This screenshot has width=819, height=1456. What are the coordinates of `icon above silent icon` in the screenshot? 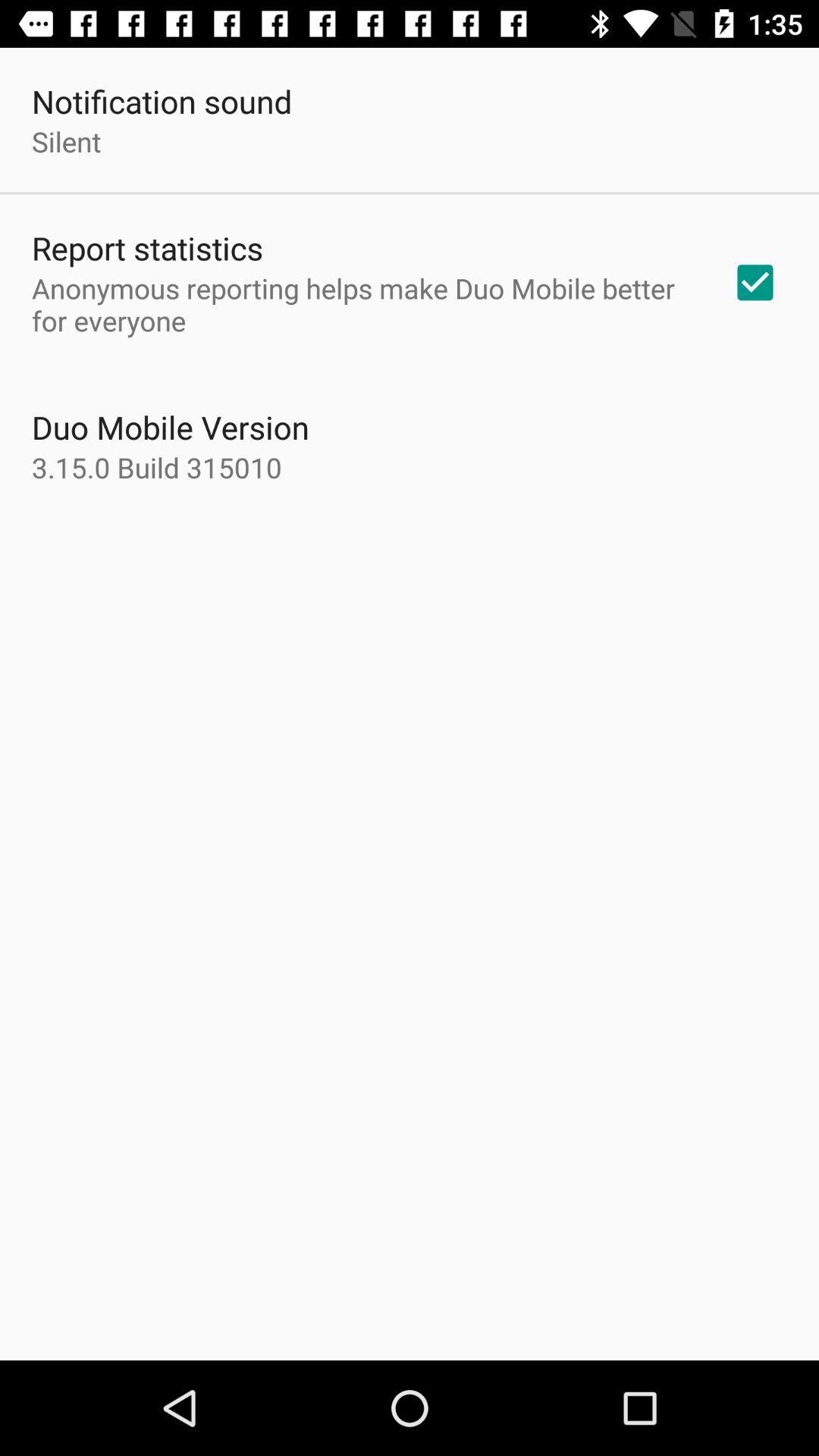 It's located at (162, 100).